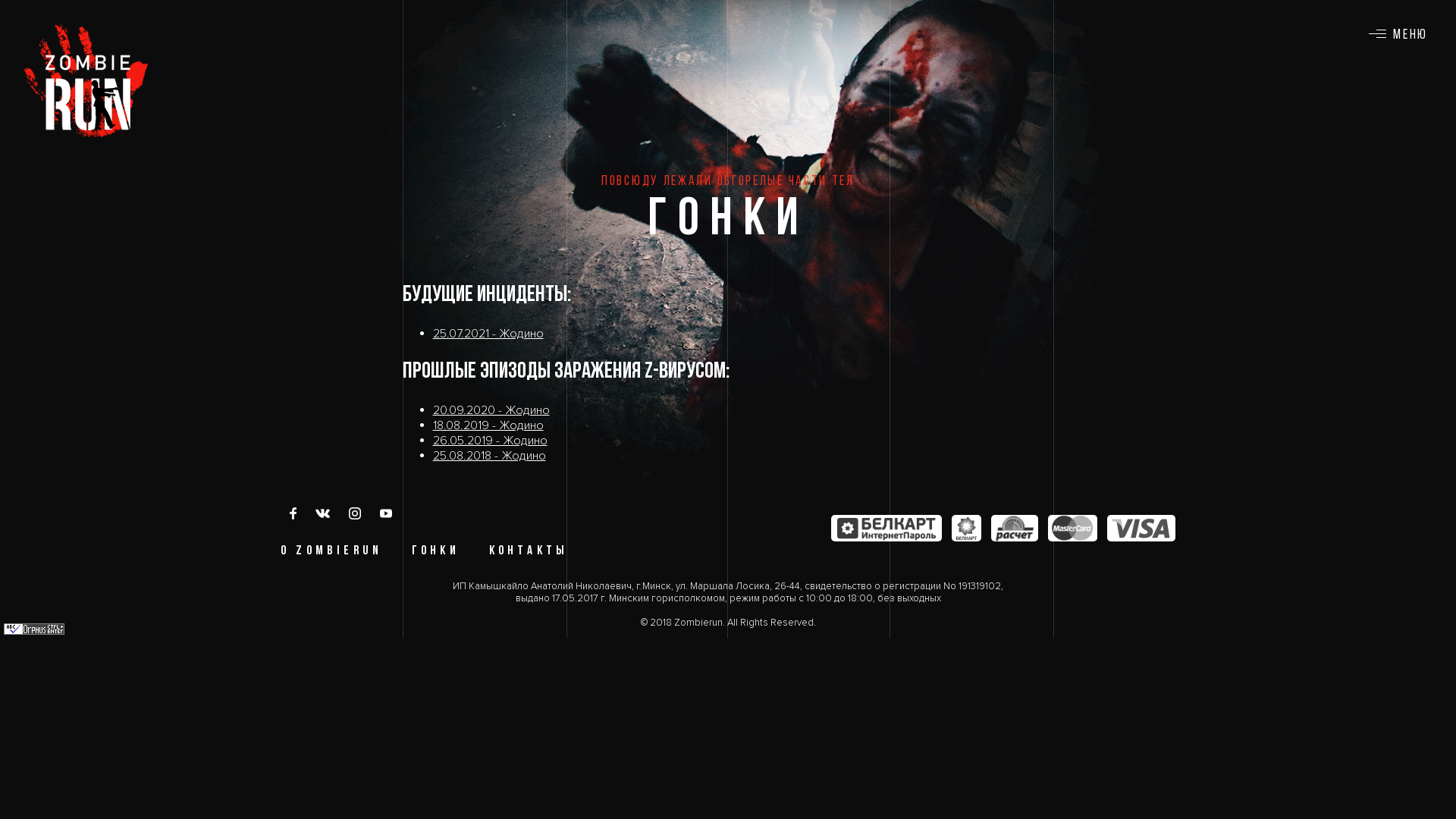  What do you see at coordinates (3, 631) in the screenshot?
I see `'Orphus'` at bounding box center [3, 631].